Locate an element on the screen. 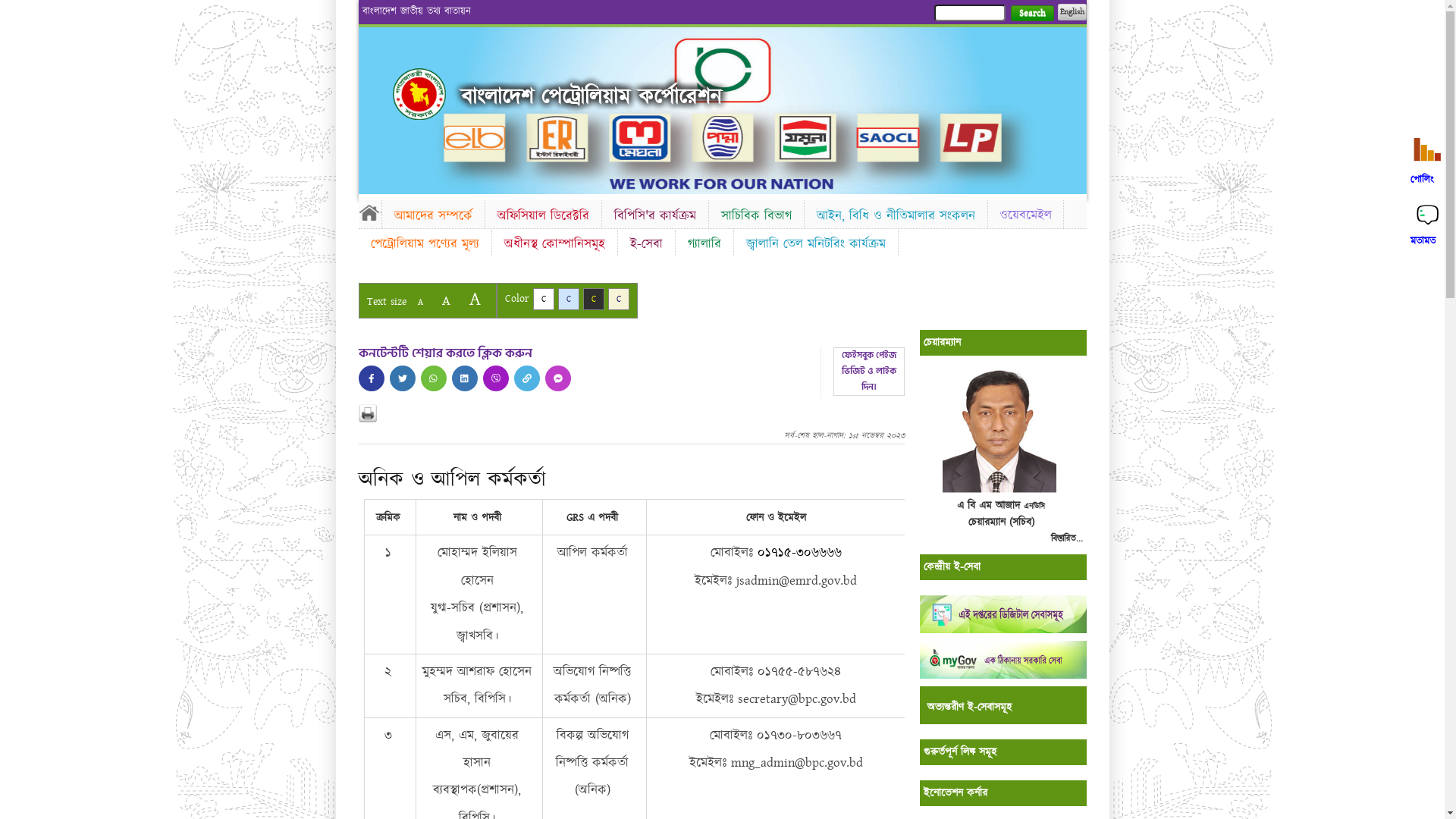  'A' is located at coordinates (444, 300).